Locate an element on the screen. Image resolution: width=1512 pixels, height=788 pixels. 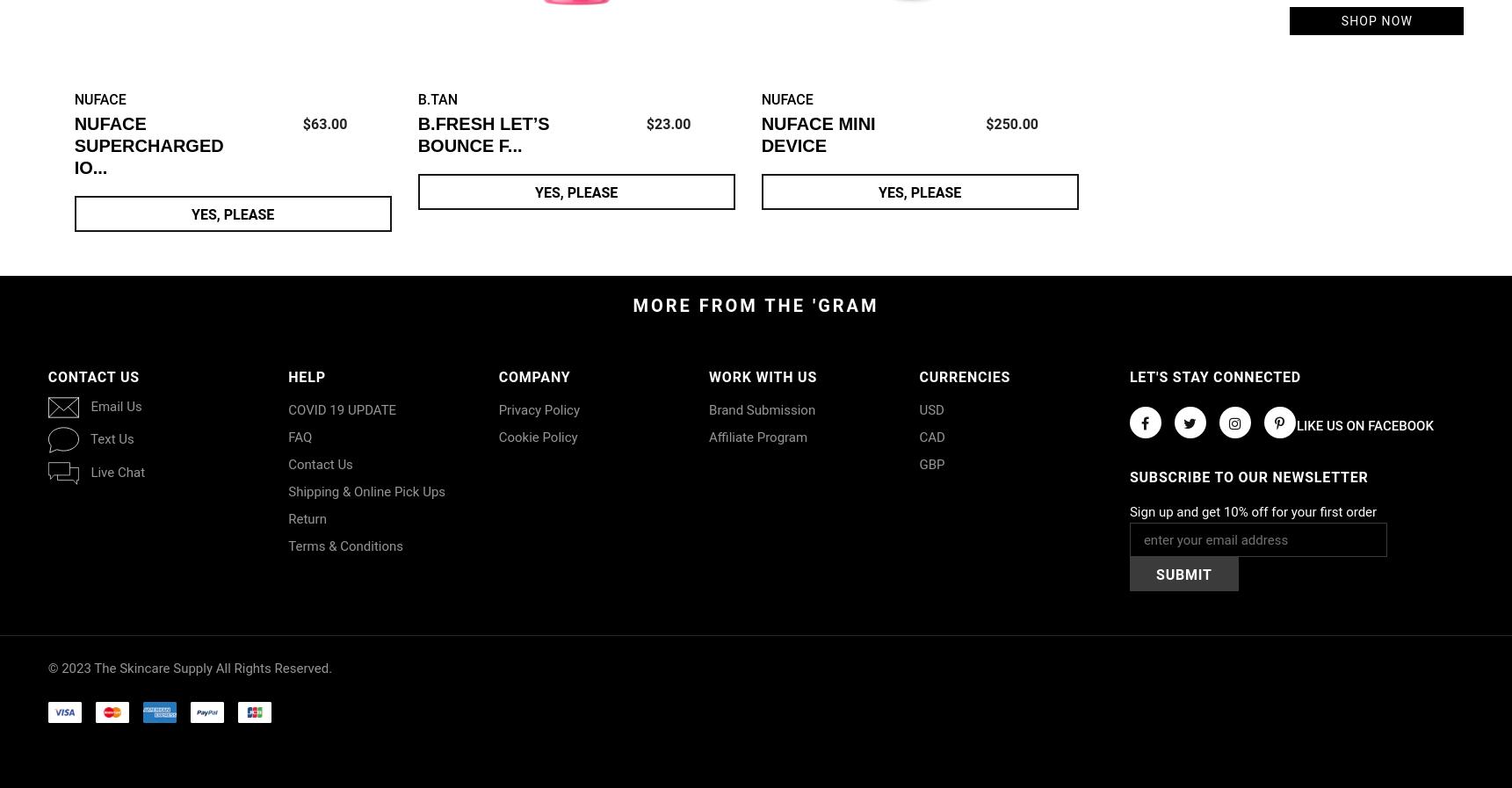
'CONTACT US' is located at coordinates (47, 376).